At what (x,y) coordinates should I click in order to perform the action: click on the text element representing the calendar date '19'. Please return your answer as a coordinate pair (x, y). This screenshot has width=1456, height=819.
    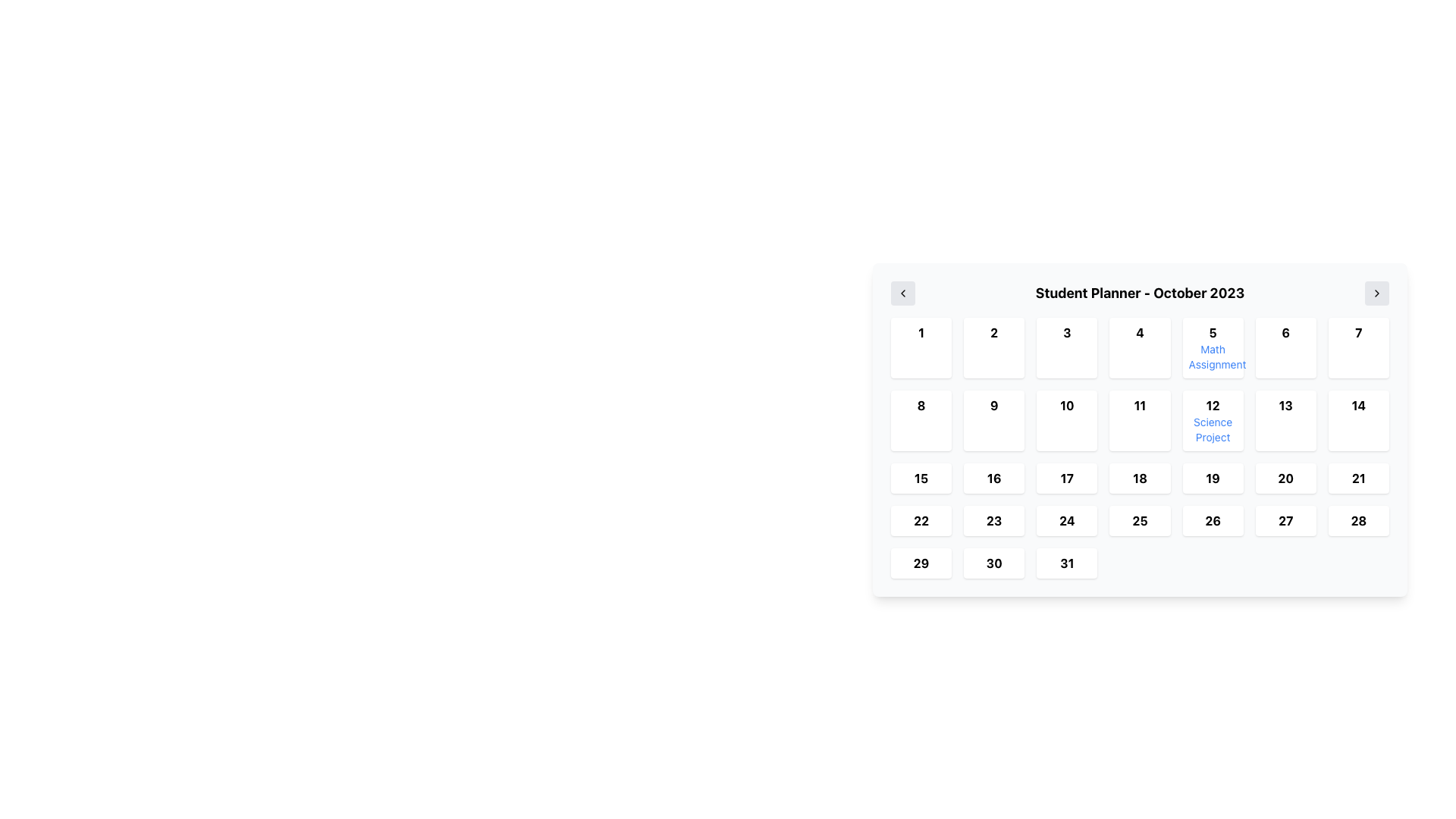
    Looking at the image, I should click on (1212, 479).